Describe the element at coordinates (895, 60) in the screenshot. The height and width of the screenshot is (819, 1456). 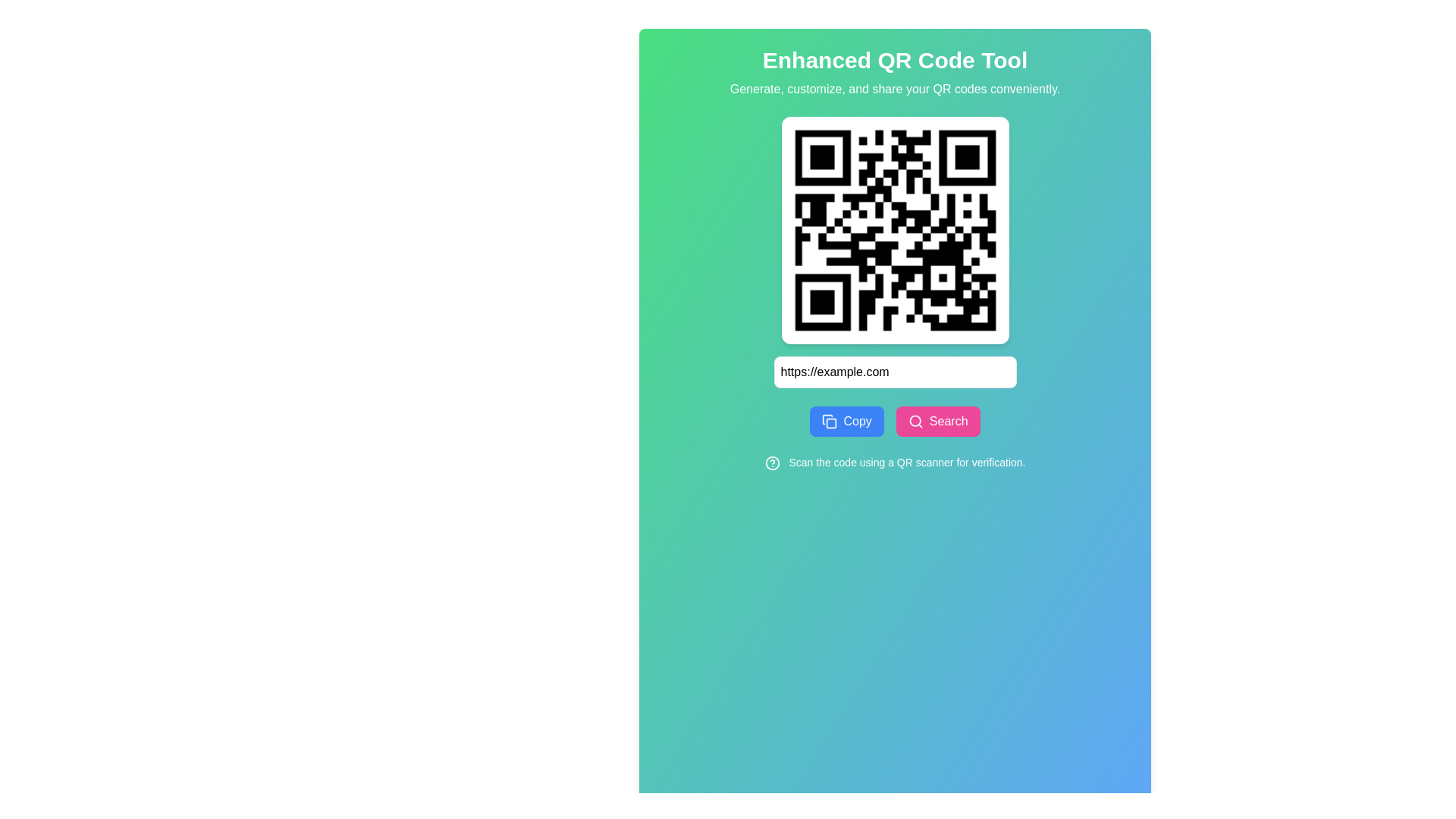
I see `the title/header element that indicates the primary purpose of the application, which is an enhanced QR code tool` at that location.